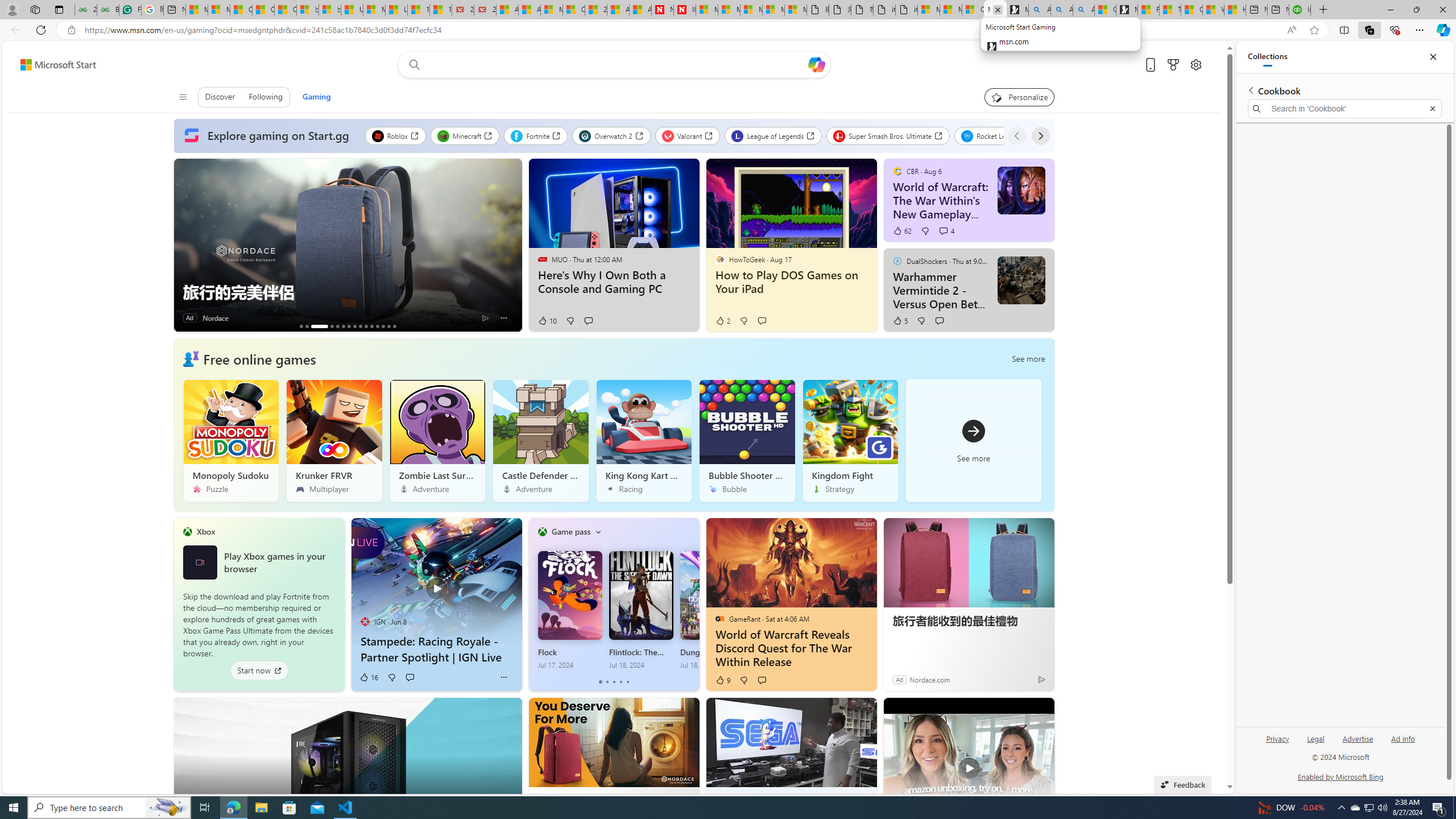  What do you see at coordinates (395, 135) in the screenshot?
I see `'Roblox'` at bounding box center [395, 135].